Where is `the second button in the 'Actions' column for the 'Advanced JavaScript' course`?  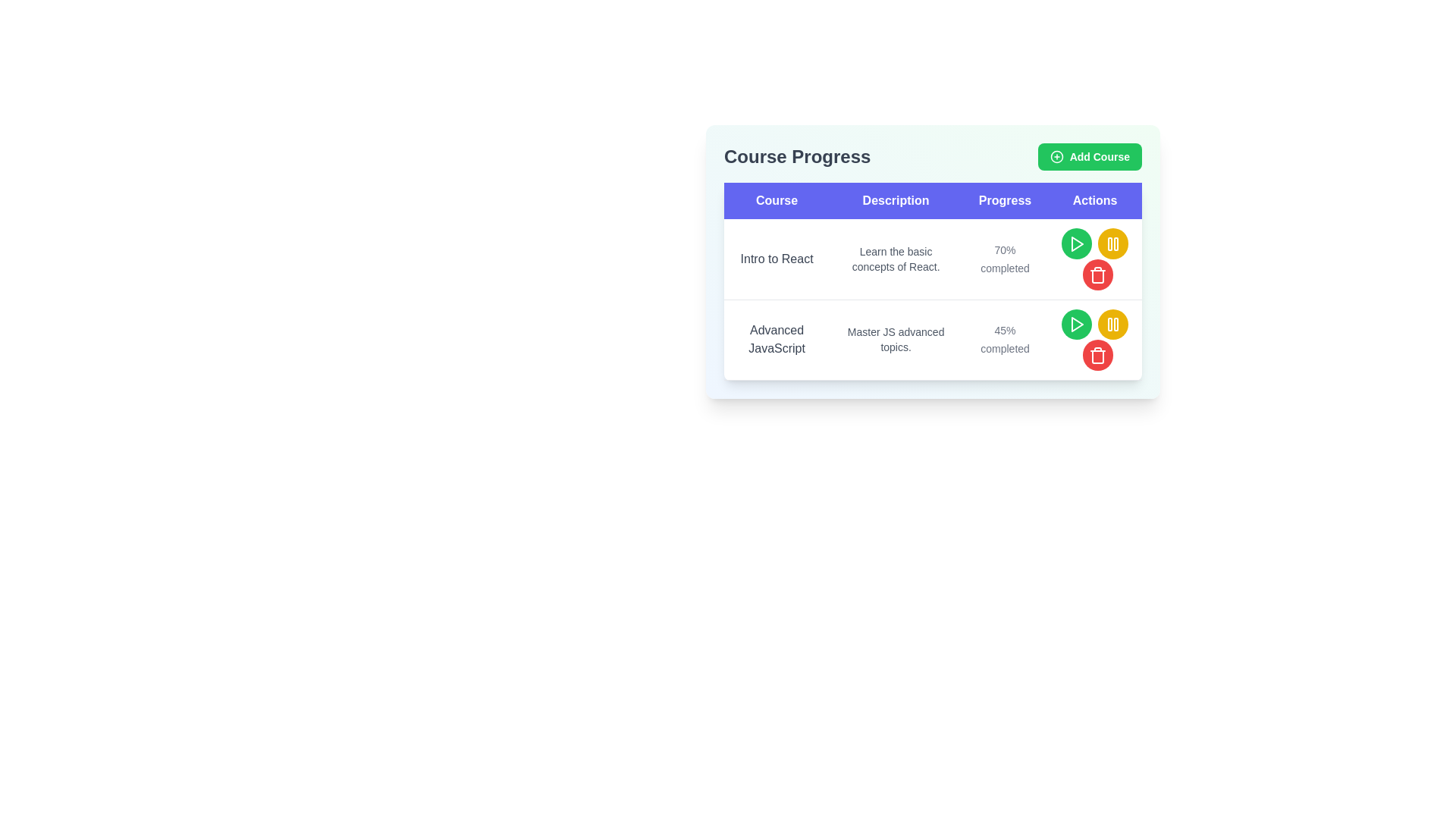 the second button in the 'Actions' column for the 'Advanced JavaScript' course is located at coordinates (1113, 243).